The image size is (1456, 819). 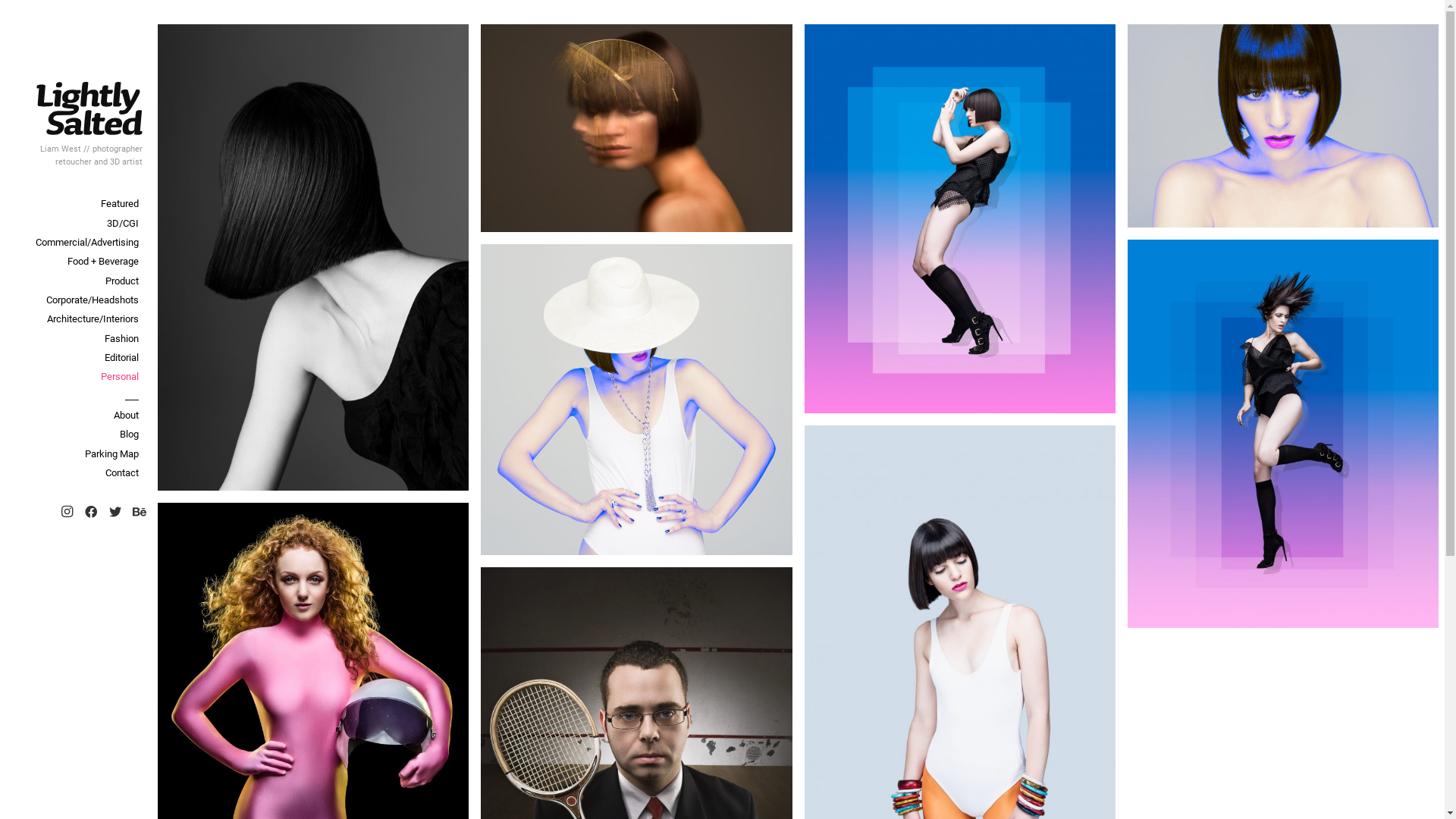 What do you see at coordinates (75, 337) in the screenshot?
I see `'Fashion'` at bounding box center [75, 337].